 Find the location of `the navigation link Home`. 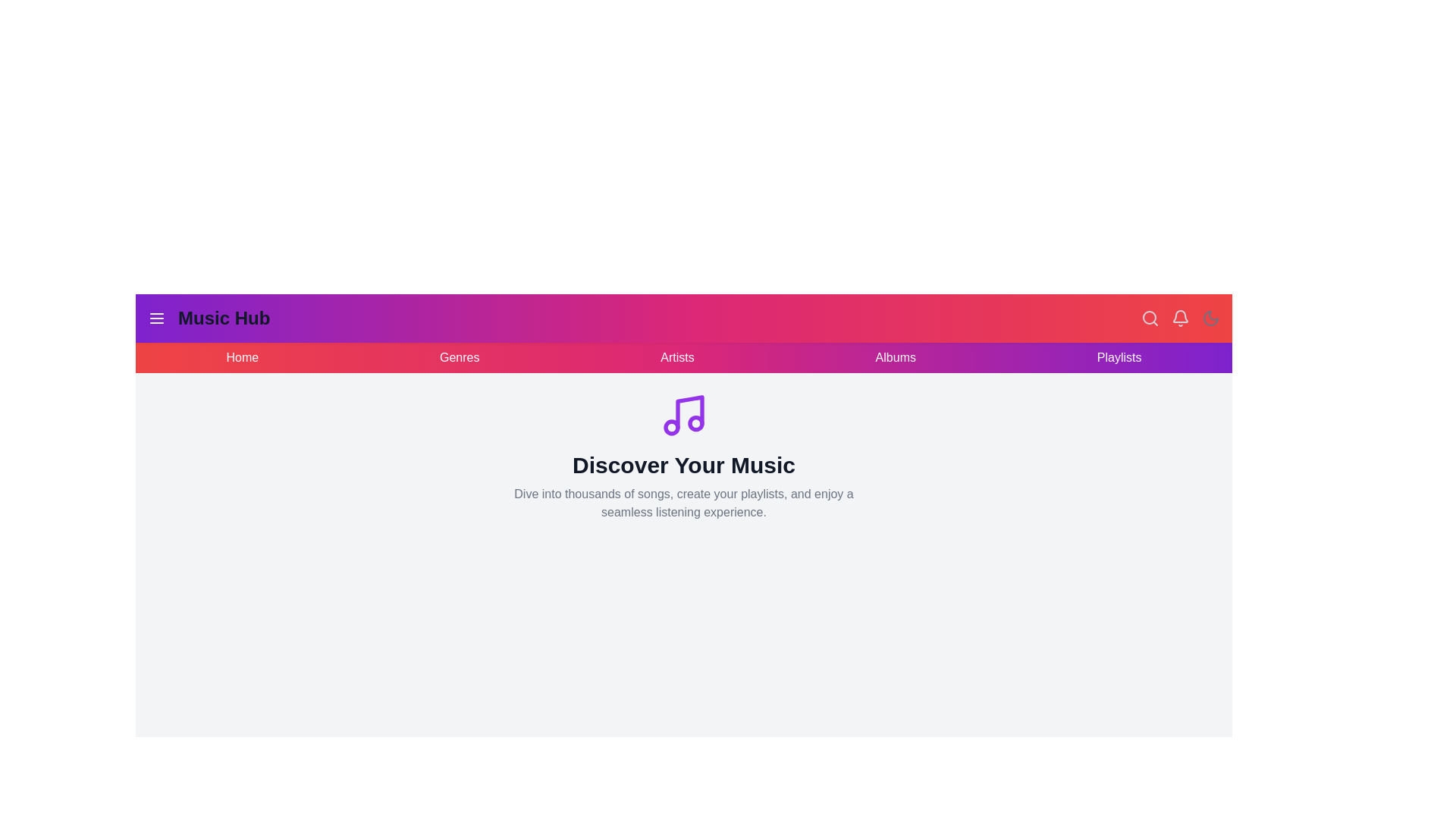

the navigation link Home is located at coordinates (241, 357).